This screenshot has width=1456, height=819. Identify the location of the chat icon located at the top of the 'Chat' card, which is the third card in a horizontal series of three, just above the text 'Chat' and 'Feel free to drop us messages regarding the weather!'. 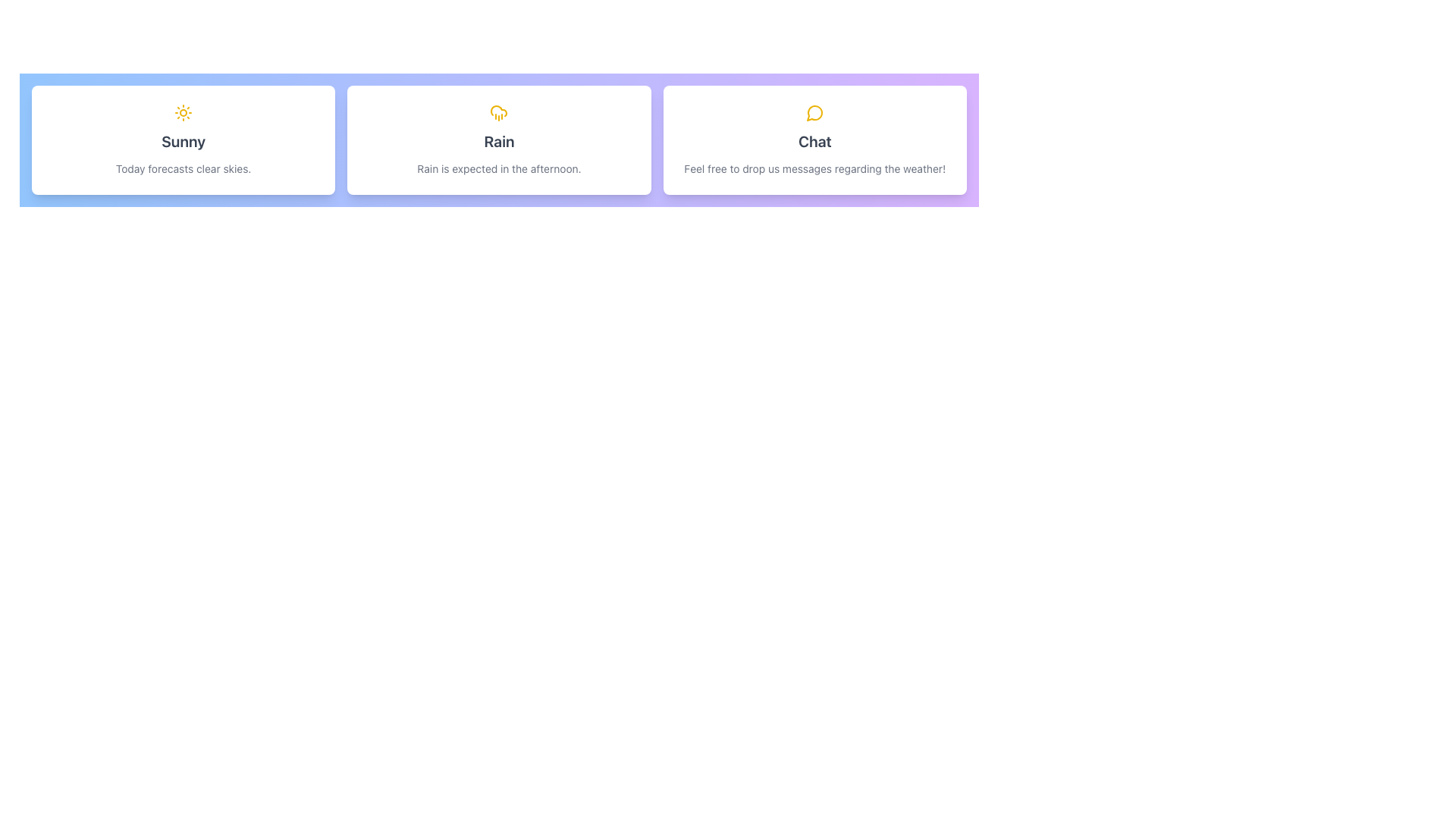
(814, 112).